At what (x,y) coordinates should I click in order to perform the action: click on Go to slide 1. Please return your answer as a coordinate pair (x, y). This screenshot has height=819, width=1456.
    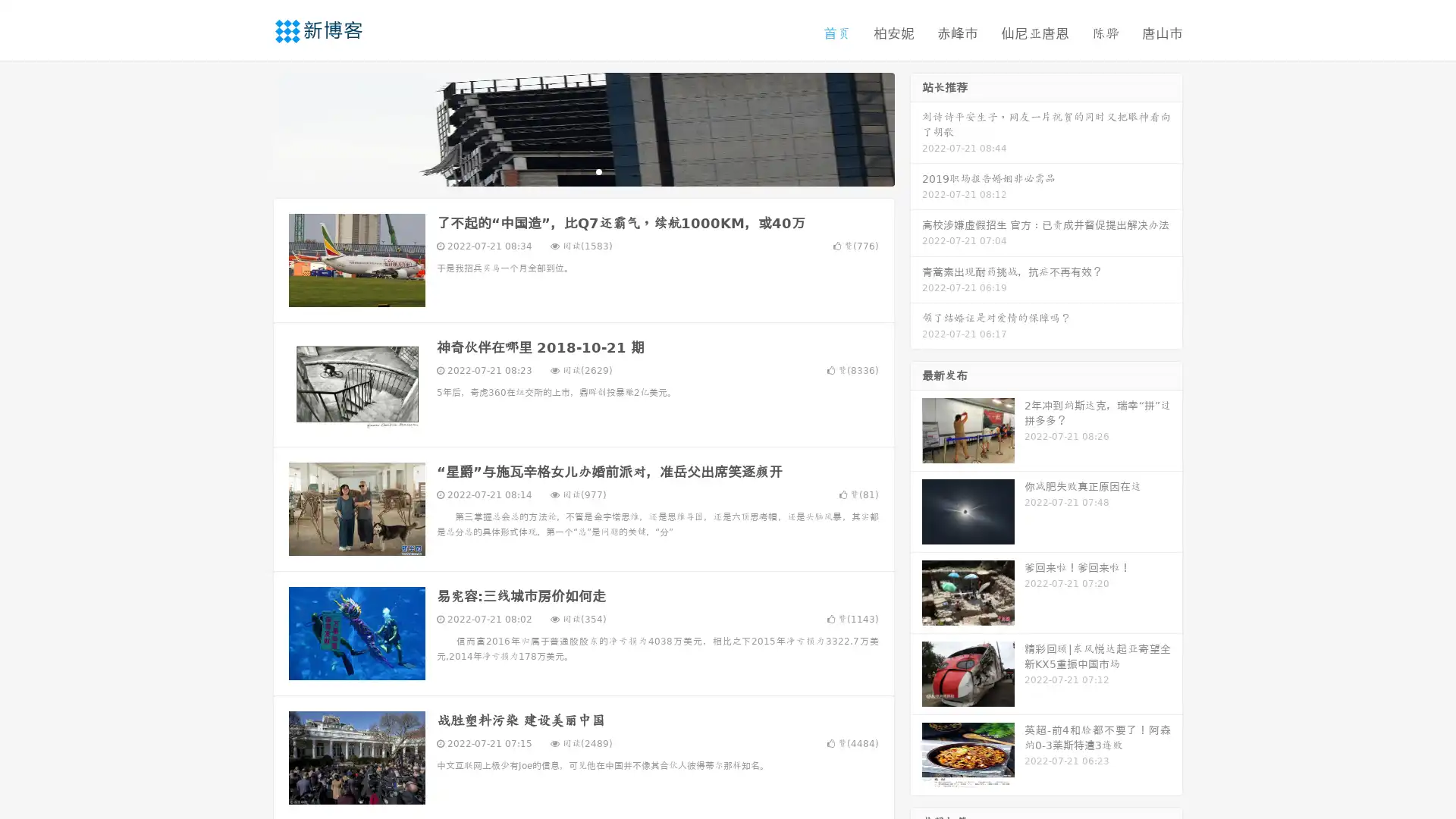
    Looking at the image, I should click on (567, 171).